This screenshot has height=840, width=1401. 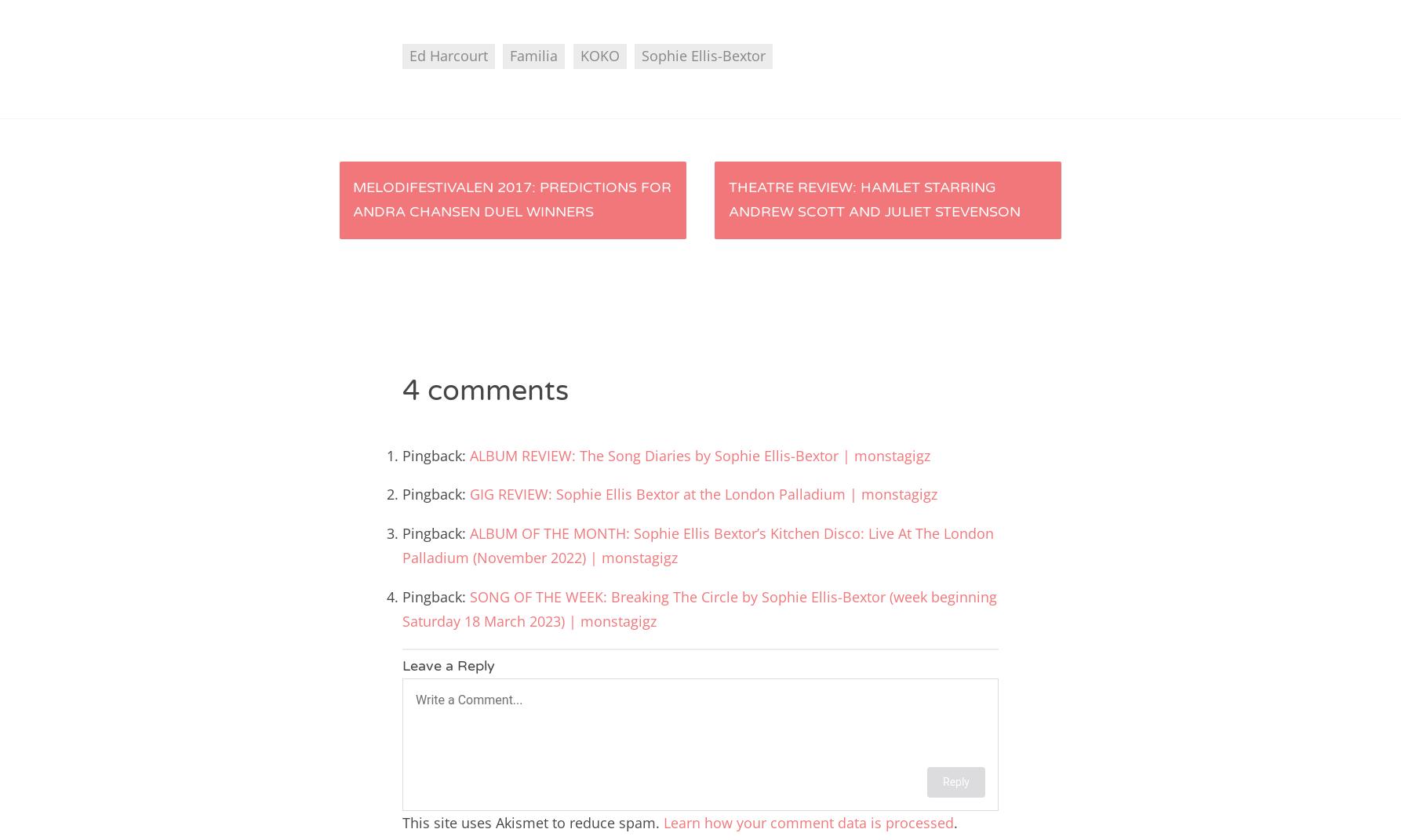 What do you see at coordinates (698, 608) in the screenshot?
I see `'SONG OF THE WEEK: Breaking The Circle by Sophie Ellis-Bextor (week beginning Saturday 18 March 2023) | monstagigz'` at bounding box center [698, 608].